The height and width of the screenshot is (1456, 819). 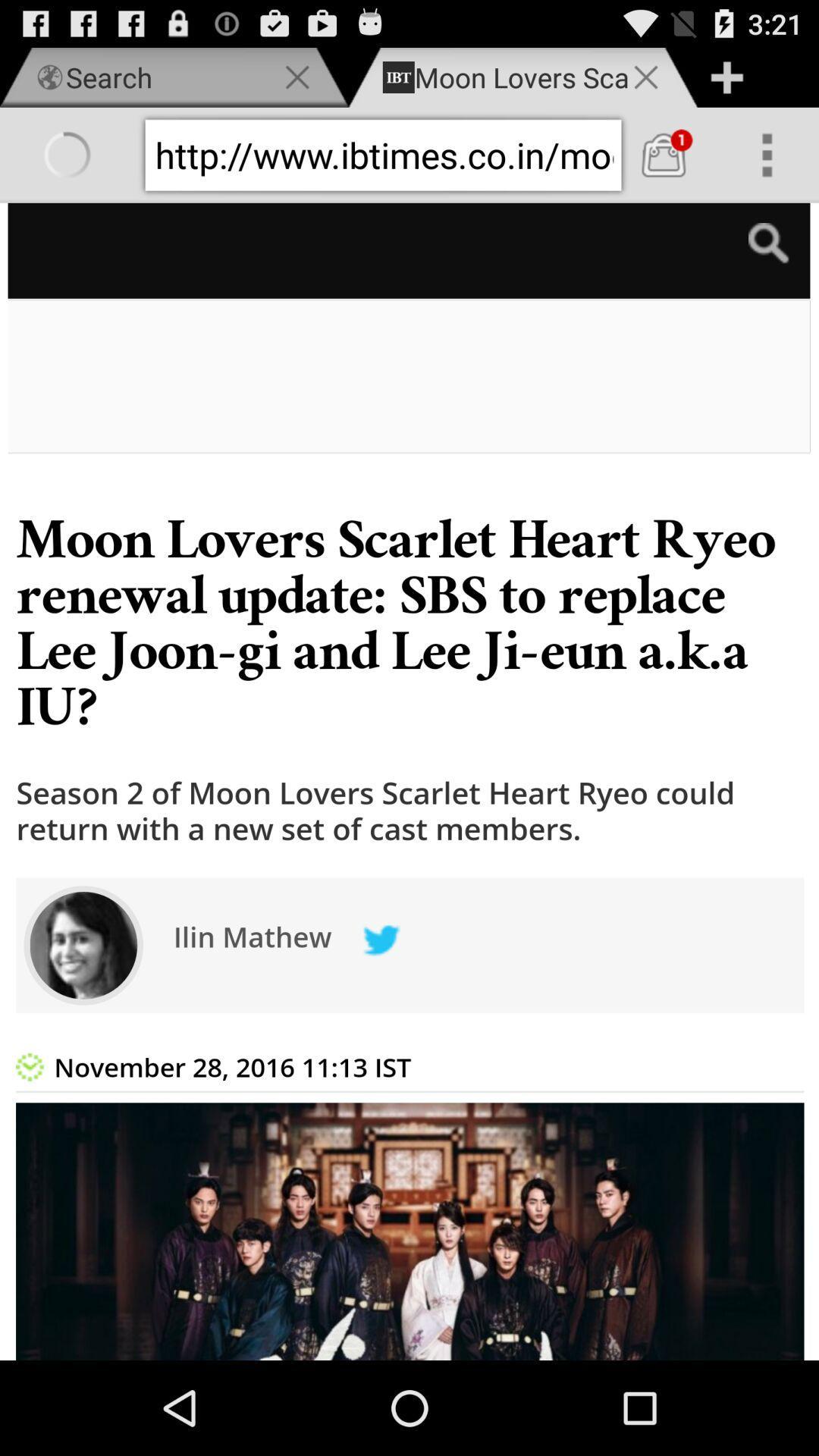 What do you see at coordinates (409, 781) in the screenshot?
I see `share the article` at bounding box center [409, 781].